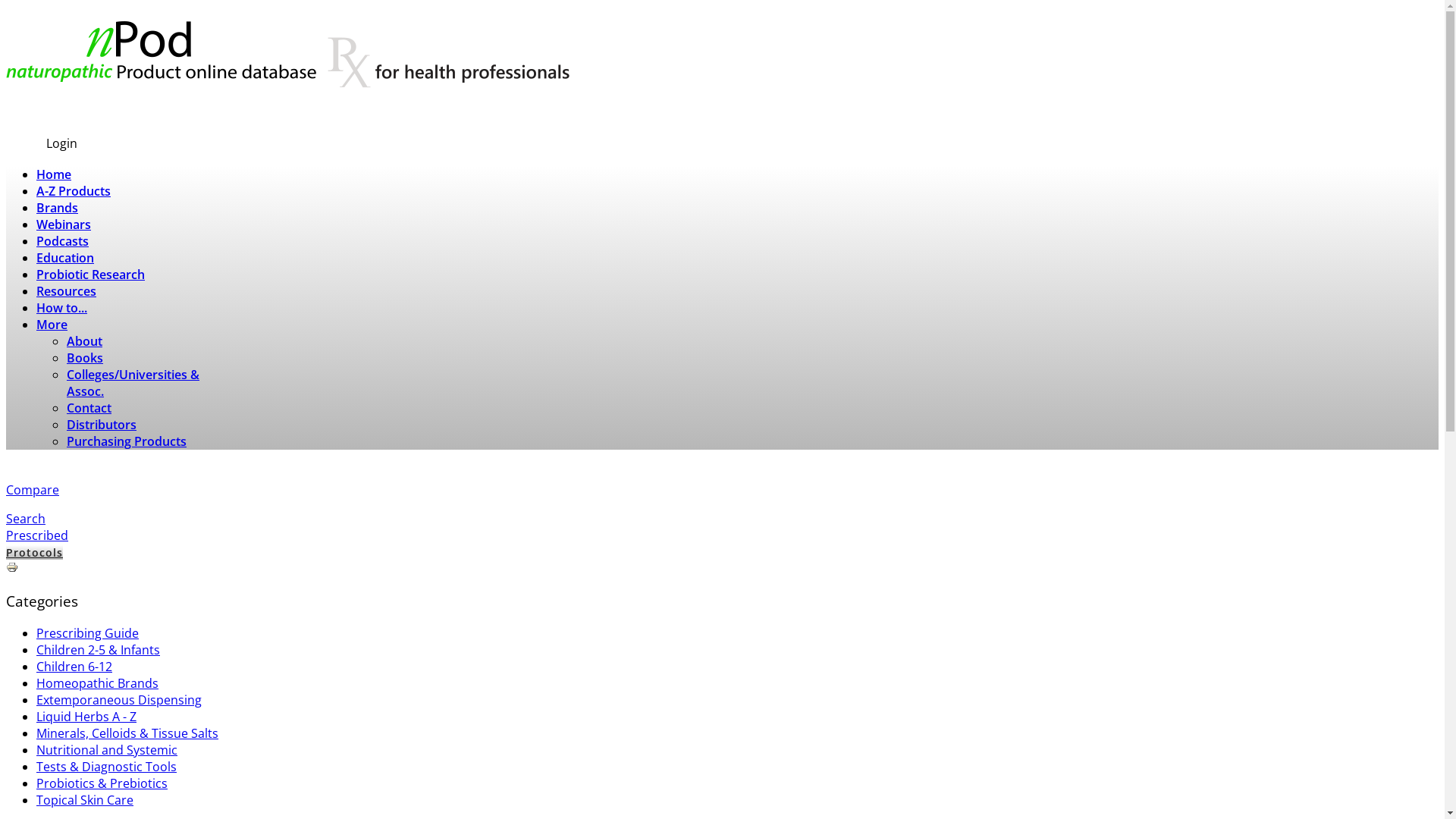 The height and width of the screenshot is (819, 1456). What do you see at coordinates (72, 190) in the screenshot?
I see `'A-Z Products'` at bounding box center [72, 190].